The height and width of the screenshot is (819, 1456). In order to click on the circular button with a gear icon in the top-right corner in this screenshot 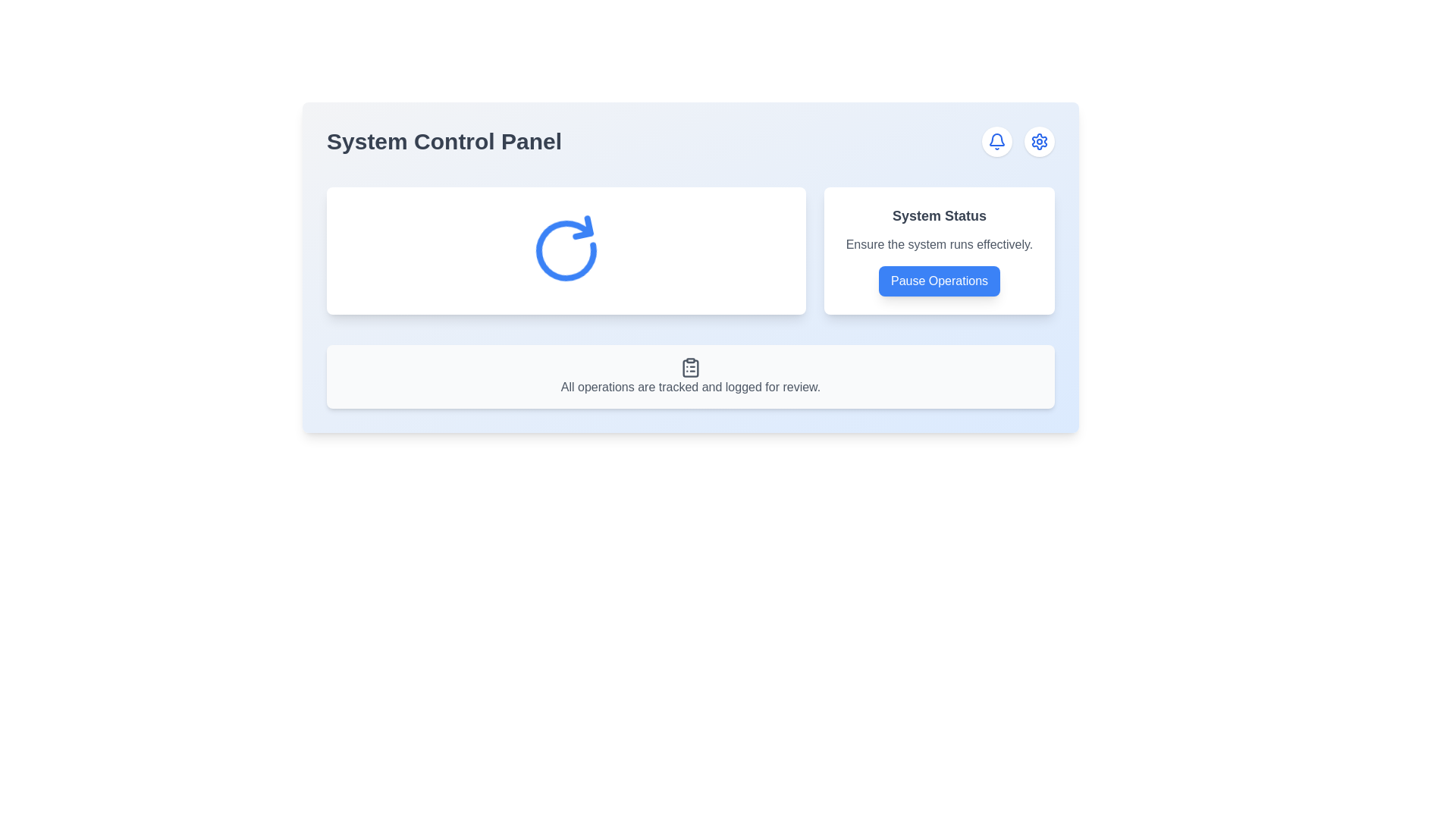, I will do `click(1039, 141)`.